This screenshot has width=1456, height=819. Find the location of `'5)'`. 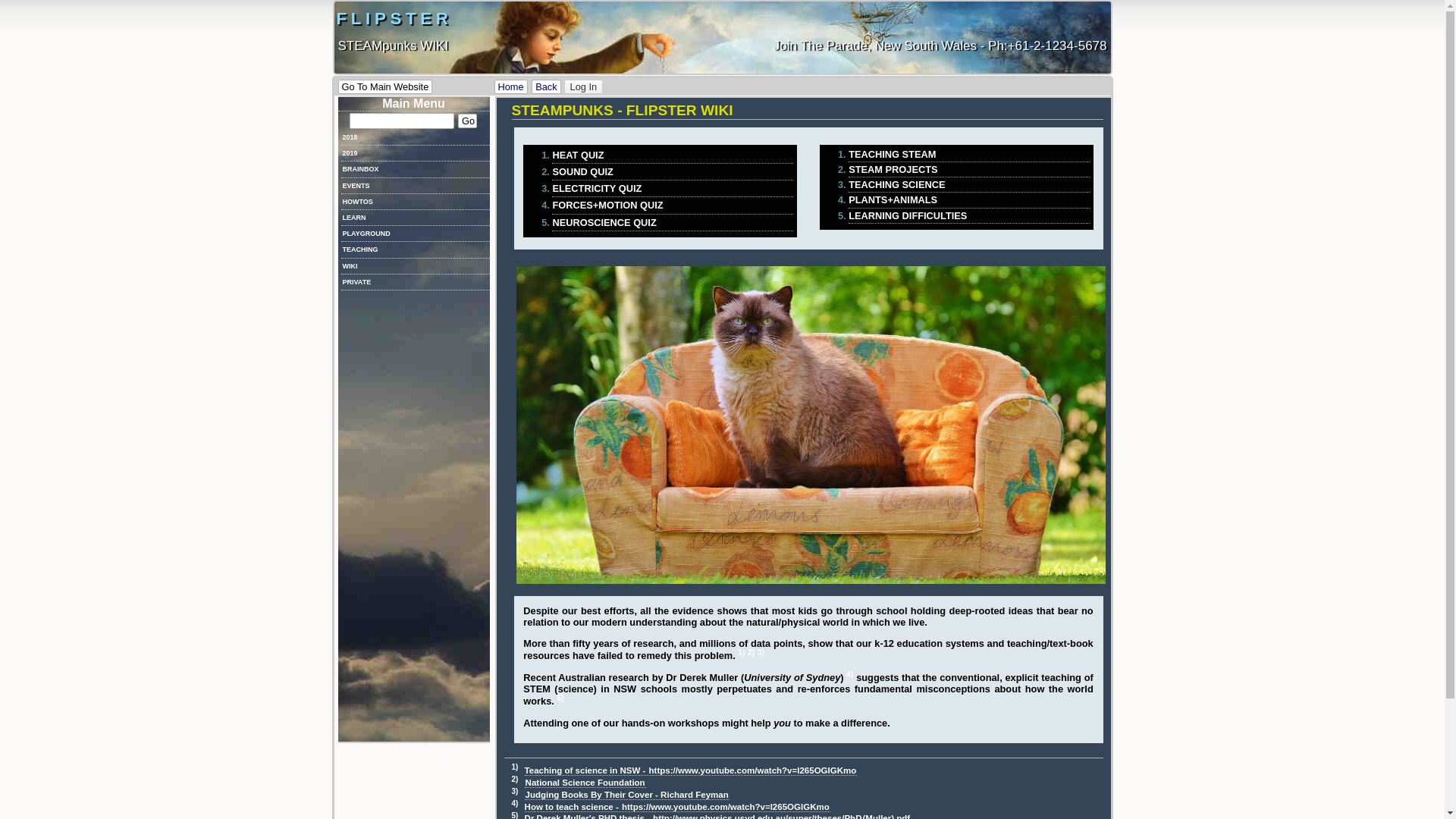

'5)' is located at coordinates (556, 698).